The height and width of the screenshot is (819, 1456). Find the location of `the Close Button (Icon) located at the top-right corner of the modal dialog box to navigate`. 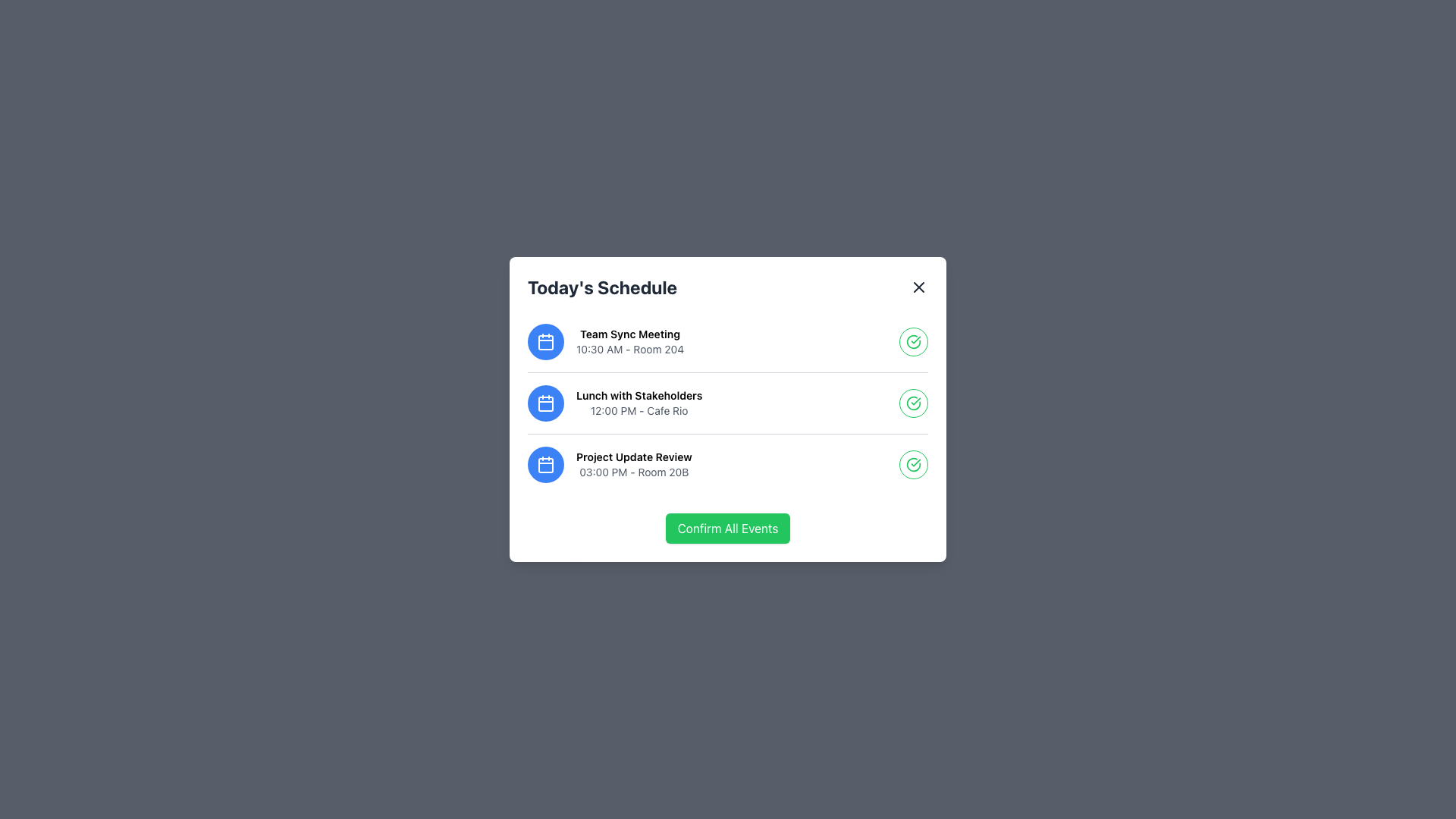

the Close Button (Icon) located at the top-right corner of the modal dialog box to navigate is located at coordinates (918, 287).